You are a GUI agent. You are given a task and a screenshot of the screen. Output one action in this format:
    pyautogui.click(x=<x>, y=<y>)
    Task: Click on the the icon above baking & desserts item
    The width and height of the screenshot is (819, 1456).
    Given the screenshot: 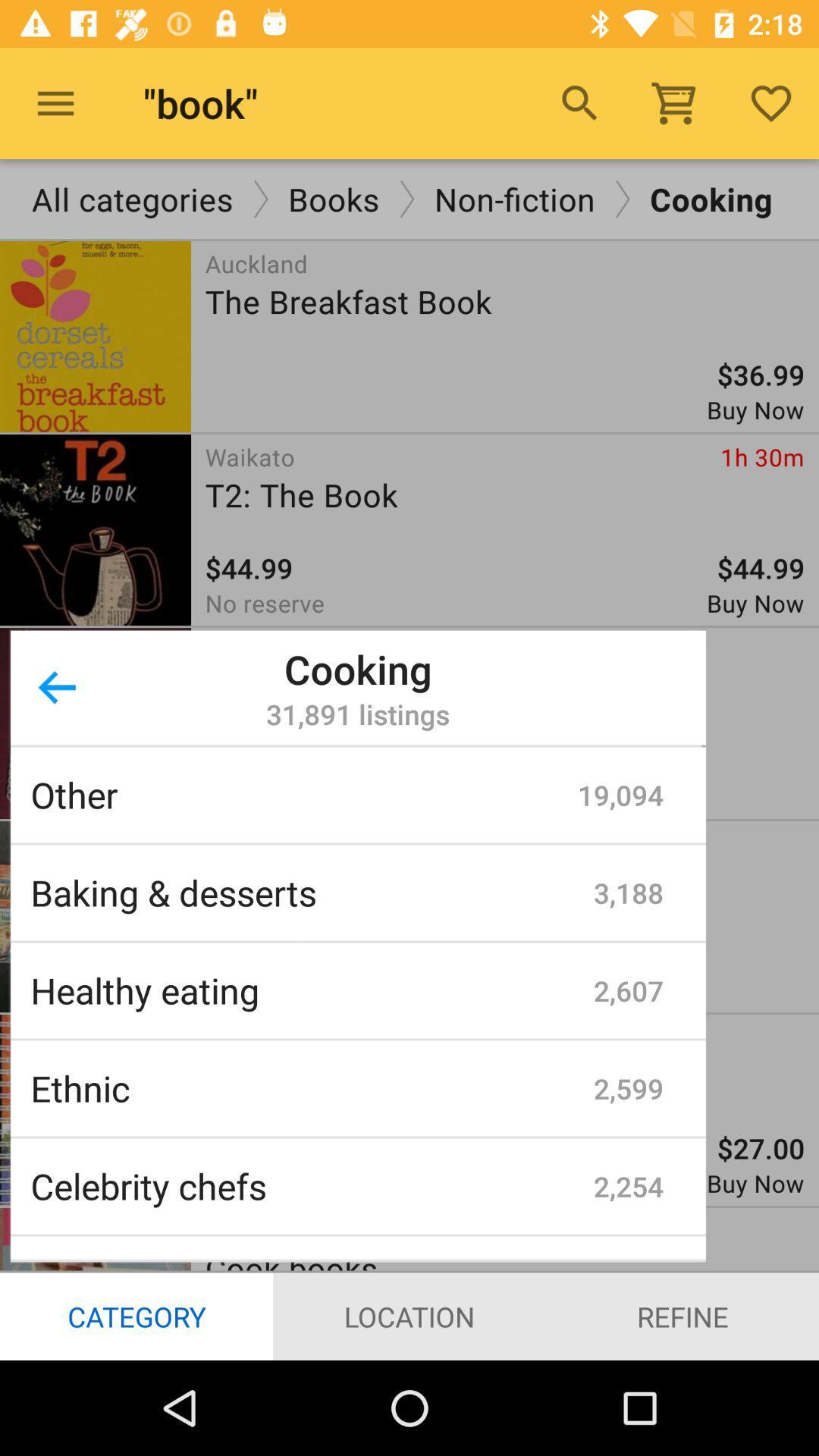 What is the action you would take?
    pyautogui.click(x=304, y=794)
    